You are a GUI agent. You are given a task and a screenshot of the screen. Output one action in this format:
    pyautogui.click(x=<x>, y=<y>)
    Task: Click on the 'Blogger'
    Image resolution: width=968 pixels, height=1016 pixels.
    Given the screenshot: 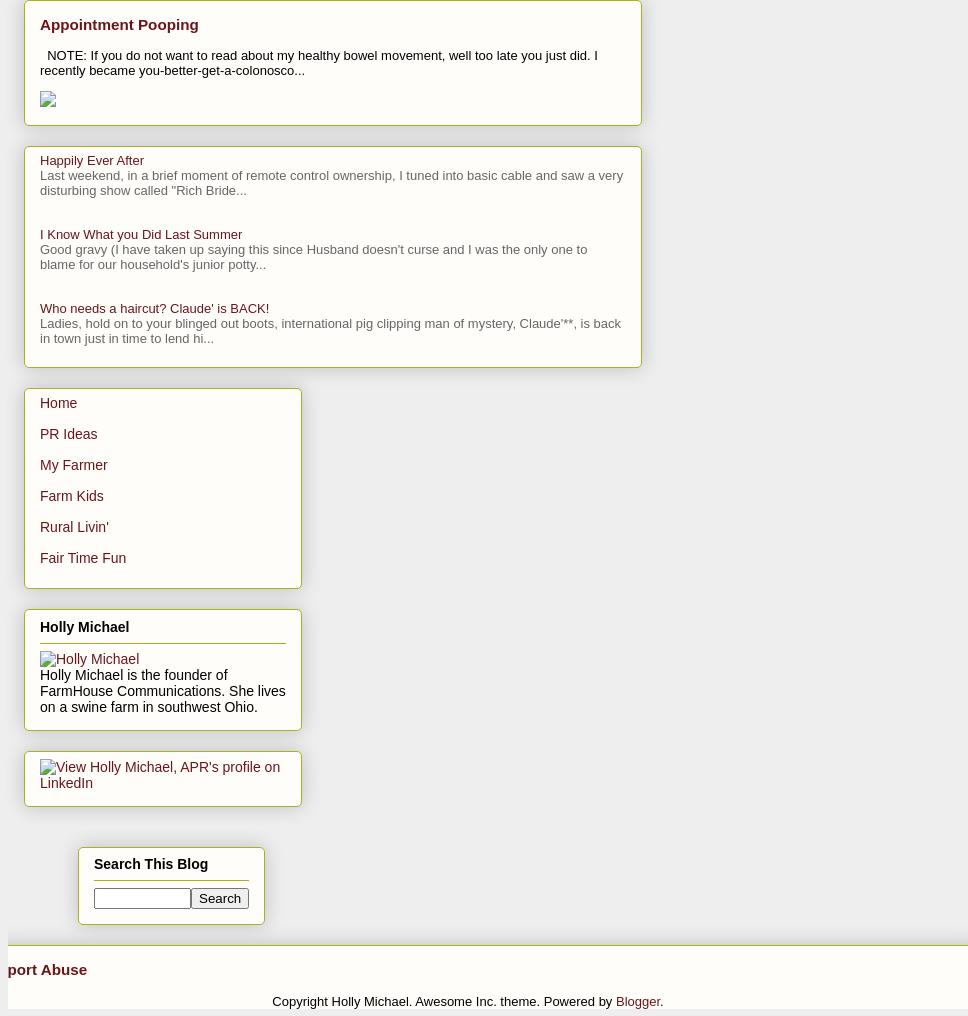 What is the action you would take?
    pyautogui.click(x=636, y=1000)
    